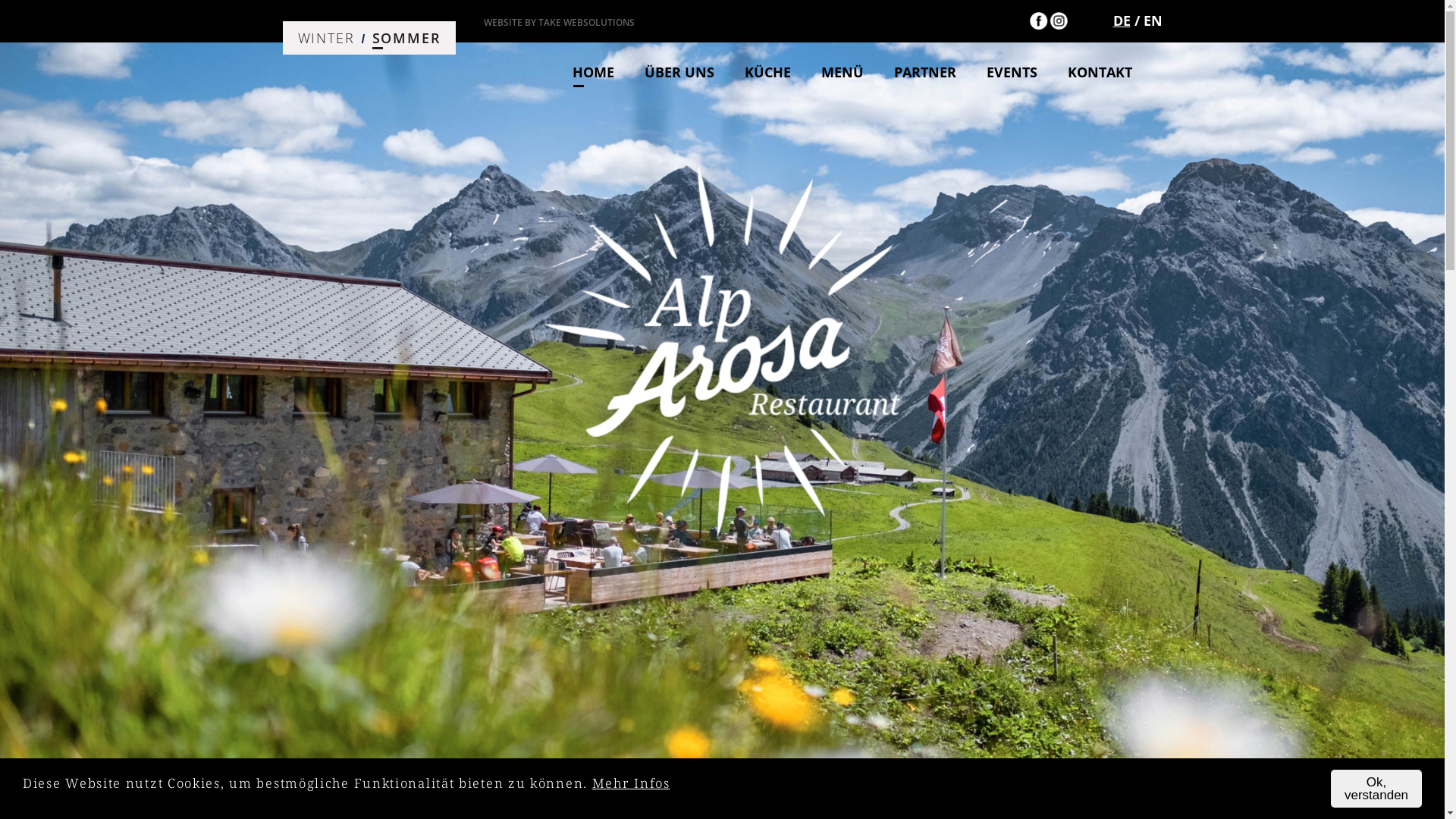 Image resolution: width=1456 pixels, height=819 pixels. I want to click on 'HOME', so click(607, 72).